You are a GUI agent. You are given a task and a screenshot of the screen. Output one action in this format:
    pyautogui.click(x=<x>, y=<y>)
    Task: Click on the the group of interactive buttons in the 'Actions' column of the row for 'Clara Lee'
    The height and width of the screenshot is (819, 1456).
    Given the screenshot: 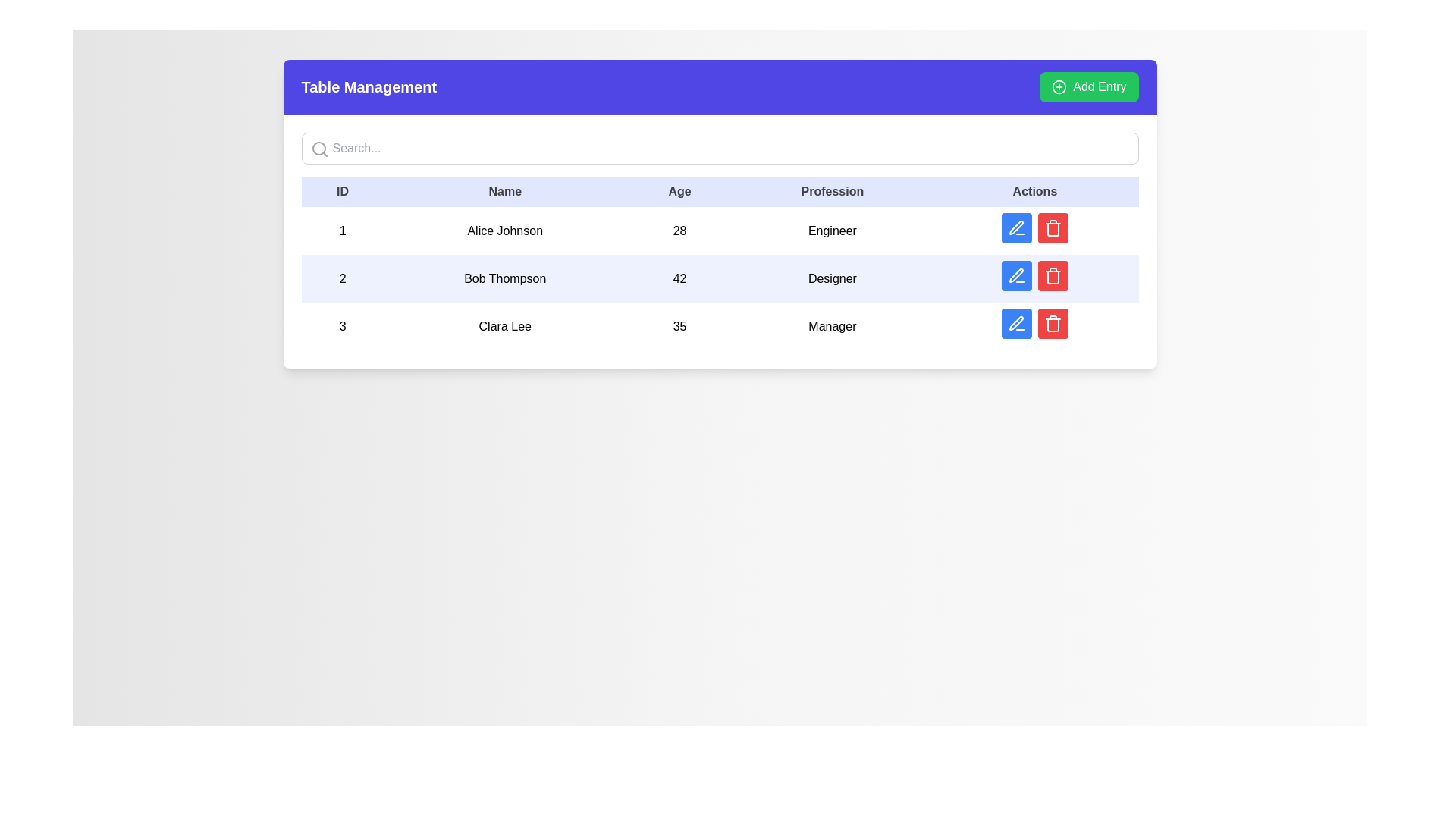 What is the action you would take?
    pyautogui.click(x=1034, y=325)
    